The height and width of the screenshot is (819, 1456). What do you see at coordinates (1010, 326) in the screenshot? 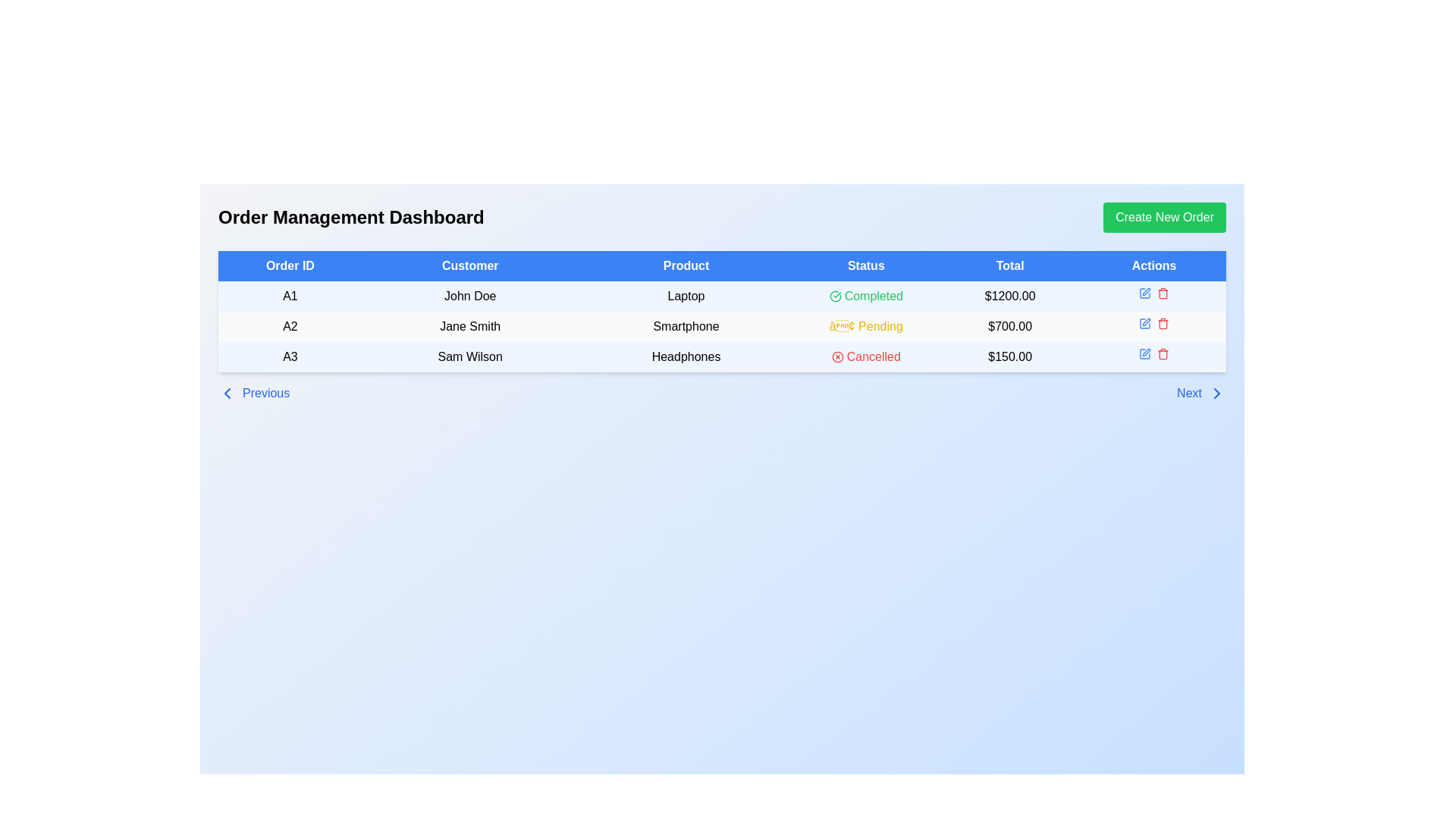
I see `the element displaying the text '$700.00' in bold black font, which is the fifth visible cell in the second row of the table under the 'Total' column` at bounding box center [1010, 326].